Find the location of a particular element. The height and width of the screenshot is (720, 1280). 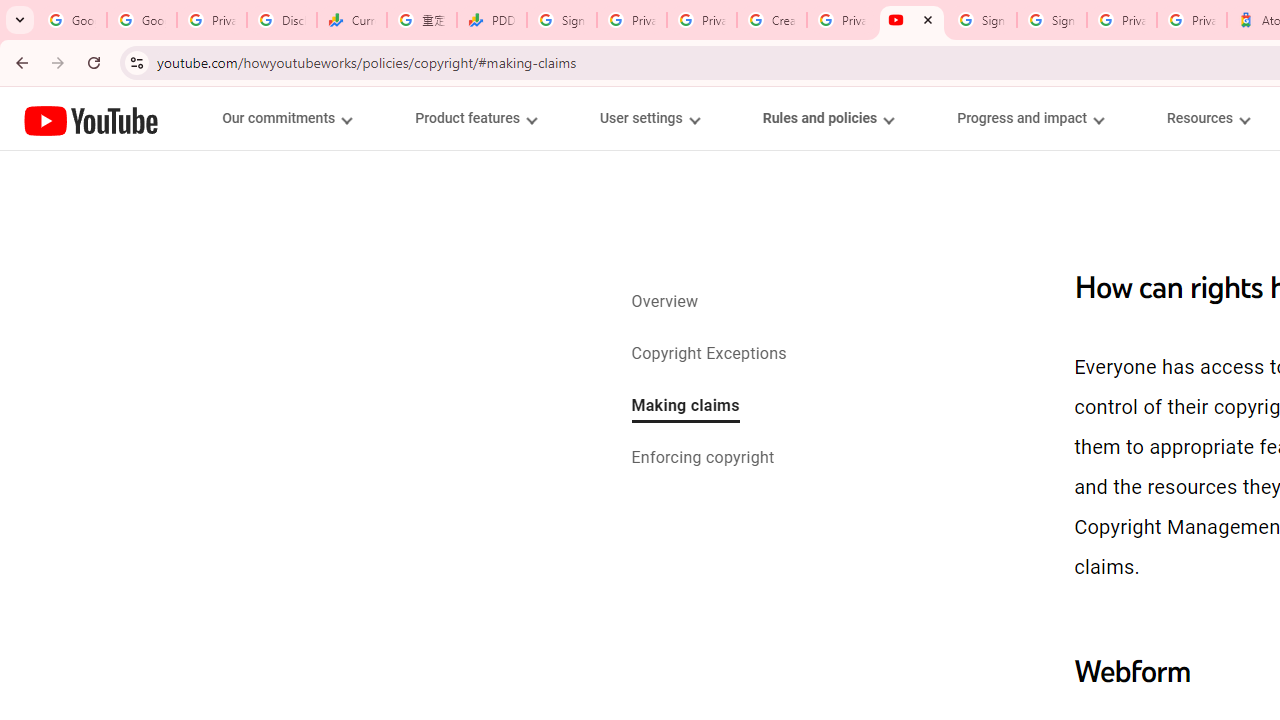

'PDD Holdings Inc - ADR (PDD) Price & News - Google Finance' is located at coordinates (492, 20).